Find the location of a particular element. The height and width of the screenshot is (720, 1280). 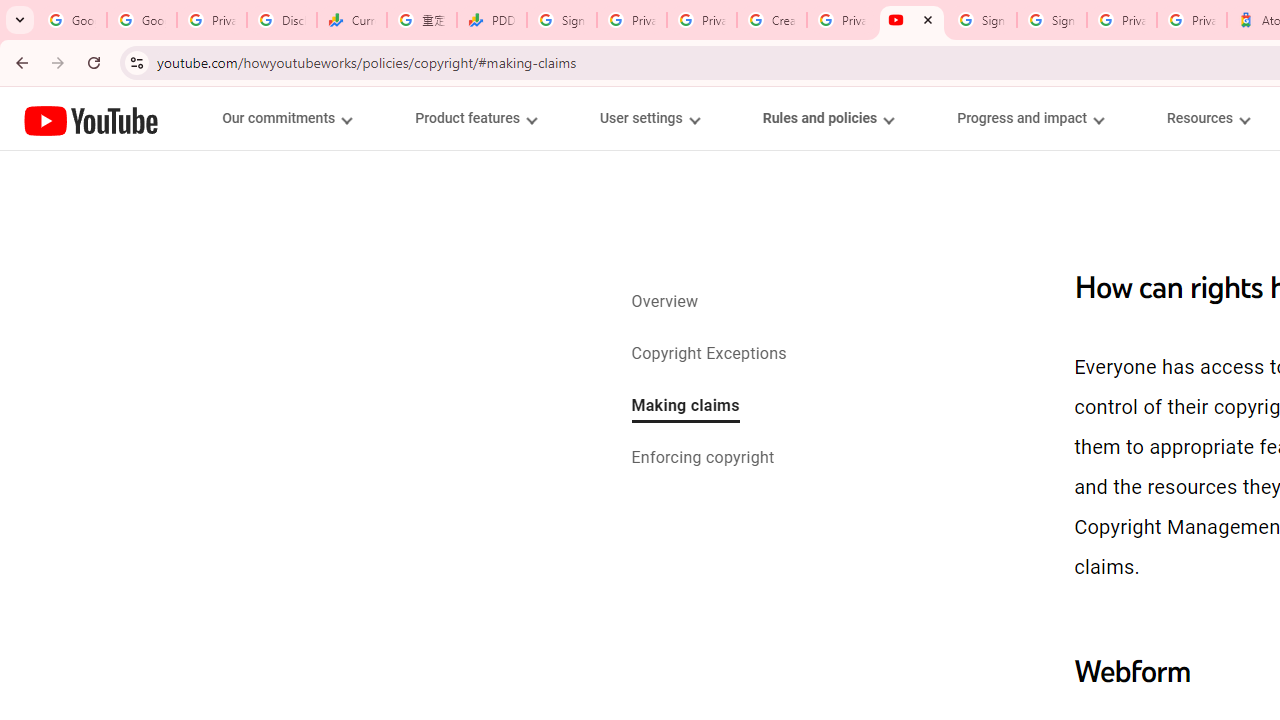

'PDD Holdings Inc - ADR (PDD) Price & News - Google Finance' is located at coordinates (492, 20).